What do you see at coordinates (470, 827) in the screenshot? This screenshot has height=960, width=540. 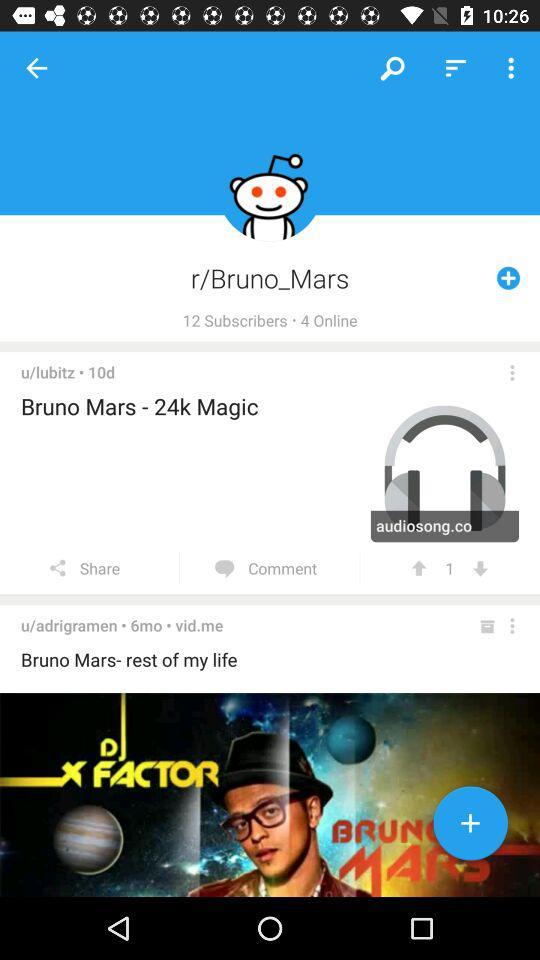 I see `the add icon` at bounding box center [470, 827].